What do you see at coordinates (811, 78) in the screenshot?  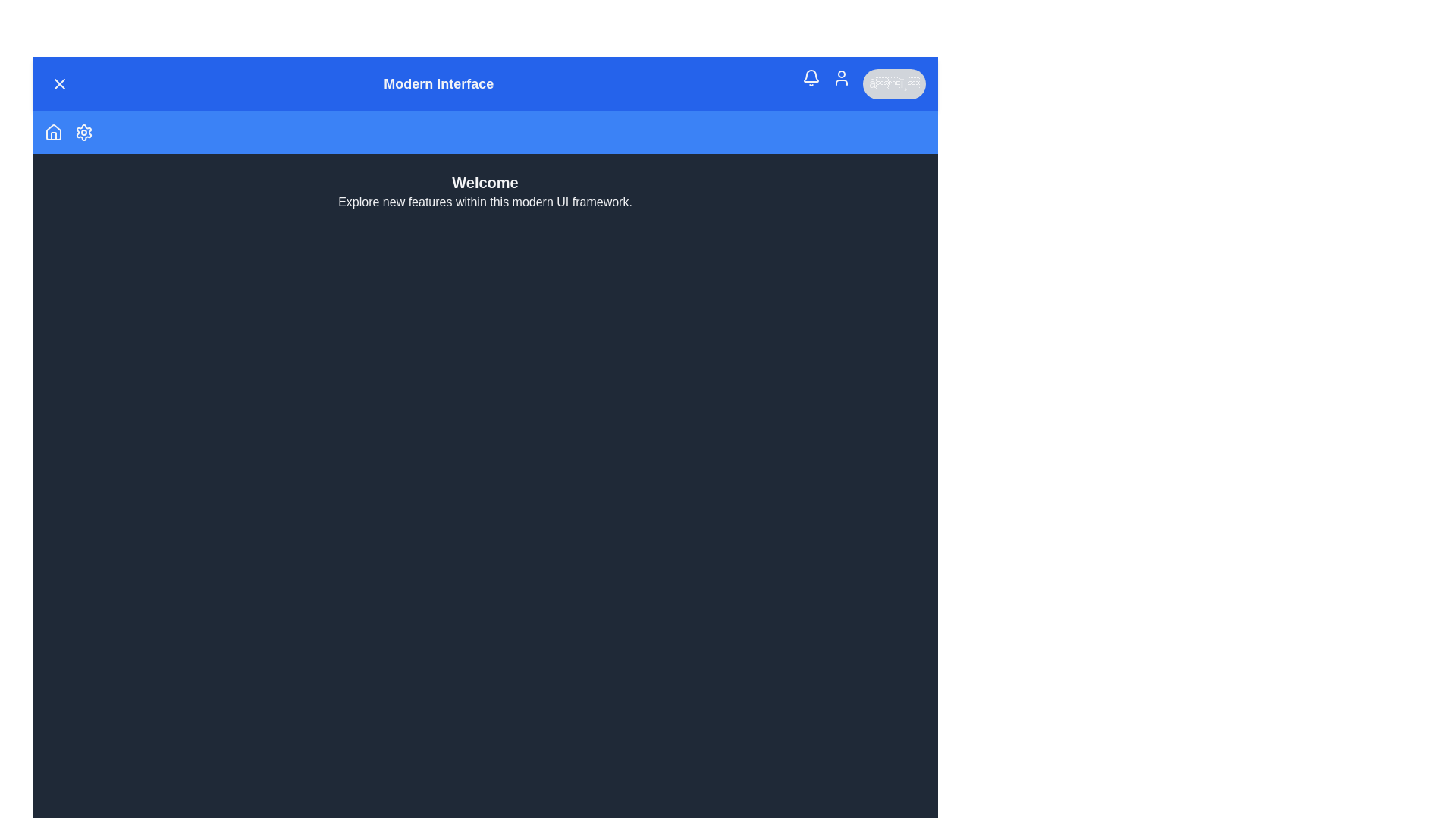 I see `the notification bell icon` at bounding box center [811, 78].